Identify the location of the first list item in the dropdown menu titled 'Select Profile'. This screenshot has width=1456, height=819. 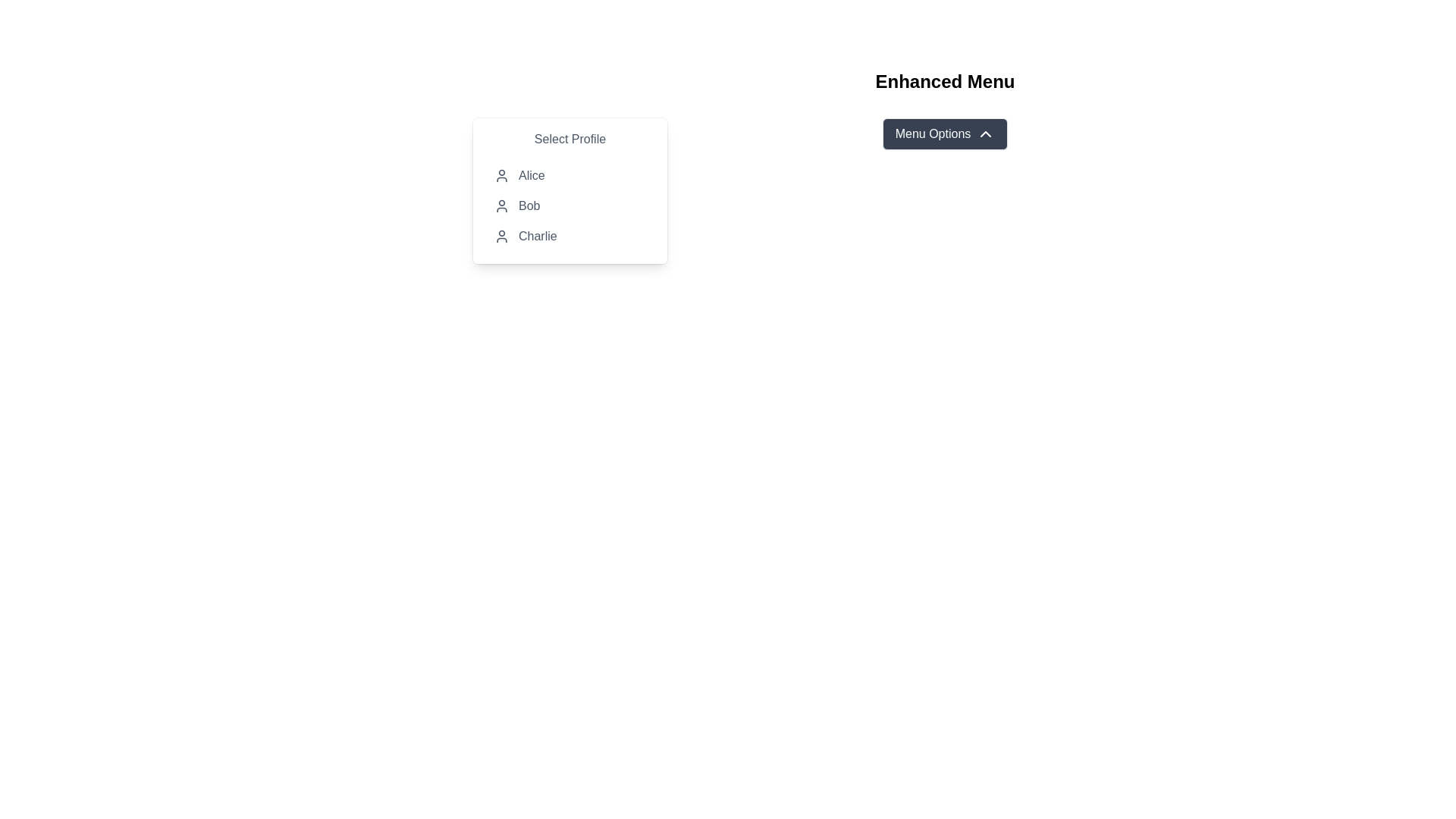
(518, 174).